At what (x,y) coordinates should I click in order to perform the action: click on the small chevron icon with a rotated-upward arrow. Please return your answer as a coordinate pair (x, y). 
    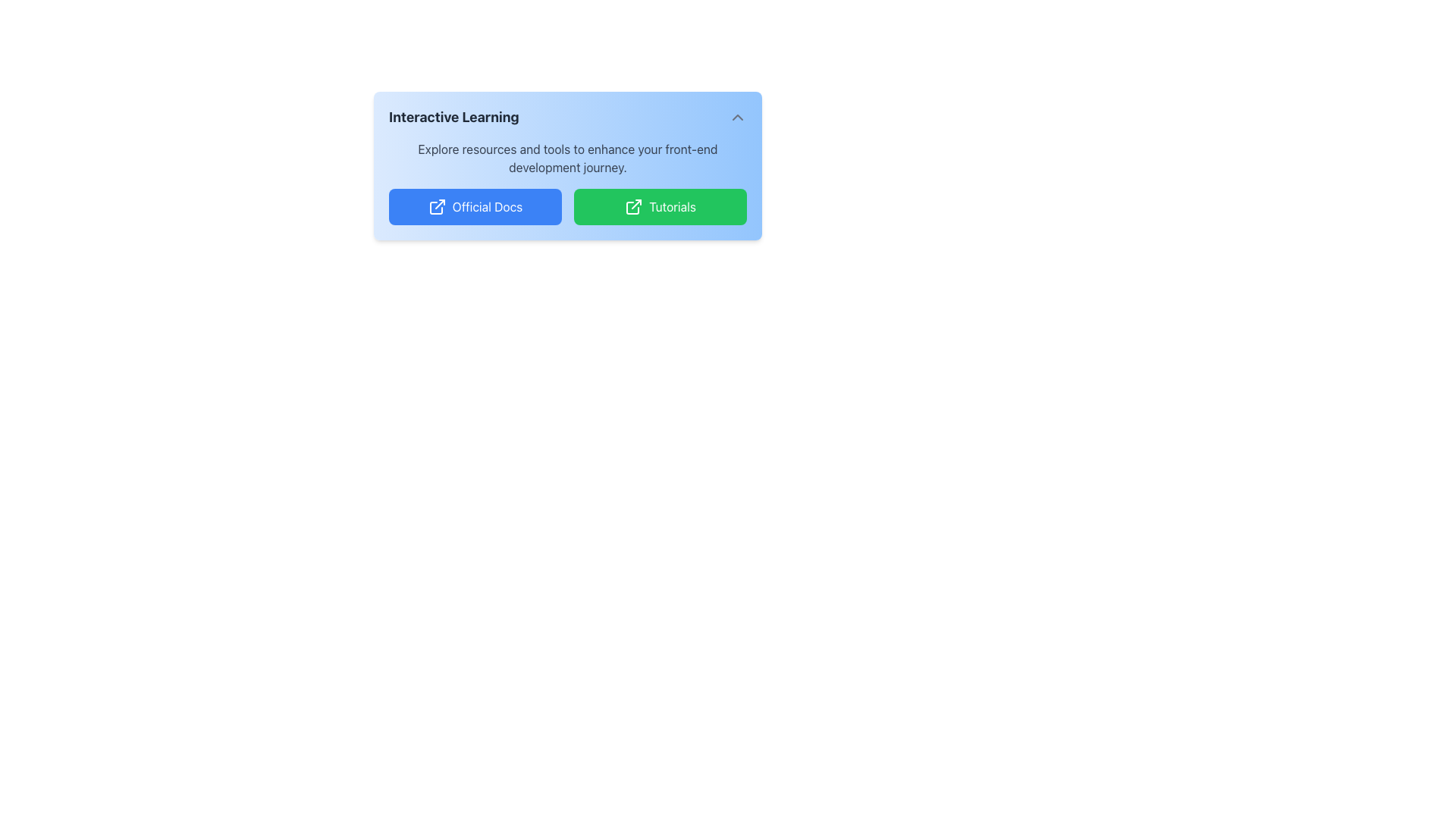
    Looking at the image, I should click on (738, 116).